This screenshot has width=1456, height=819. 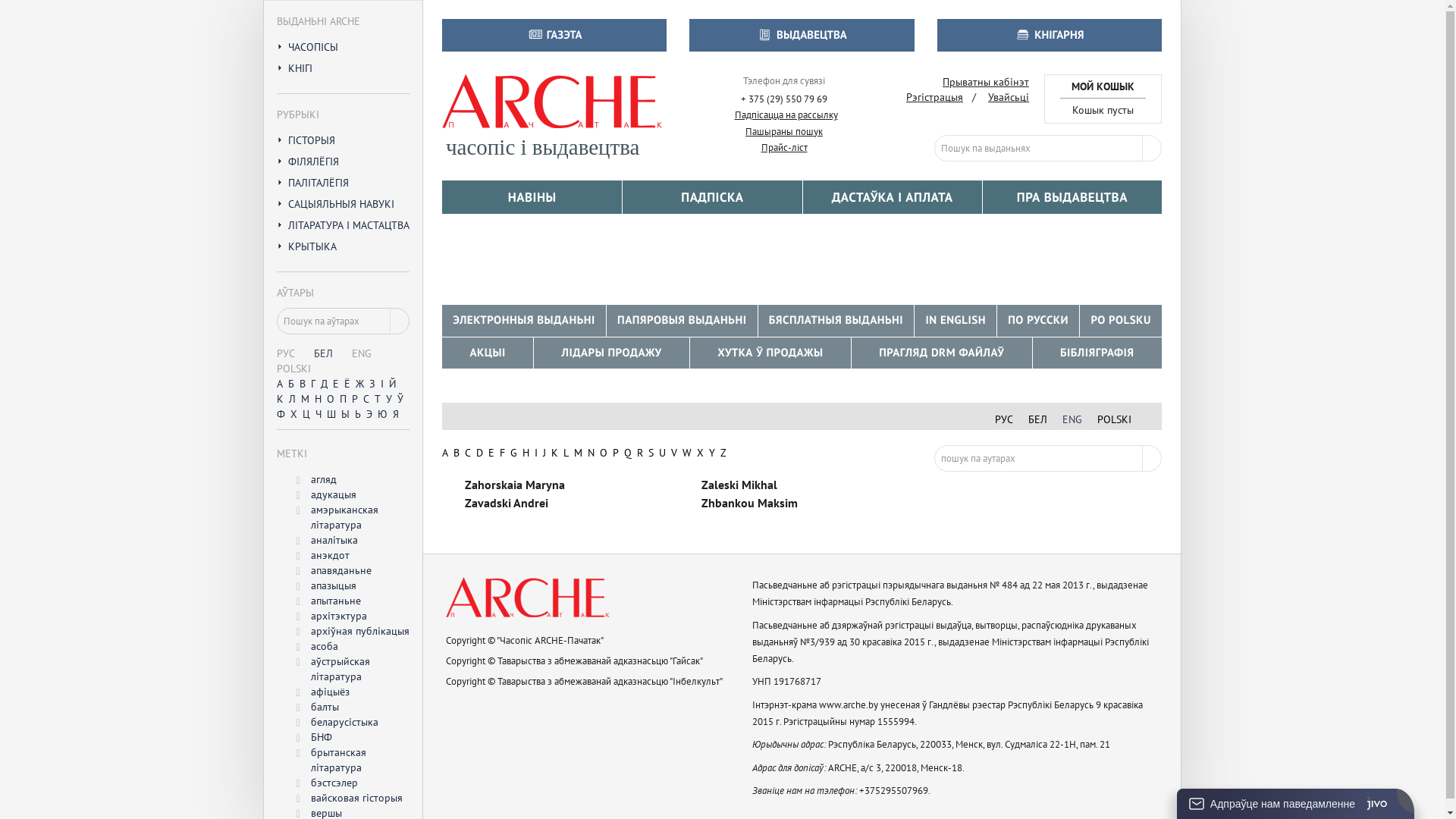 I want to click on 'M', so click(x=577, y=452).